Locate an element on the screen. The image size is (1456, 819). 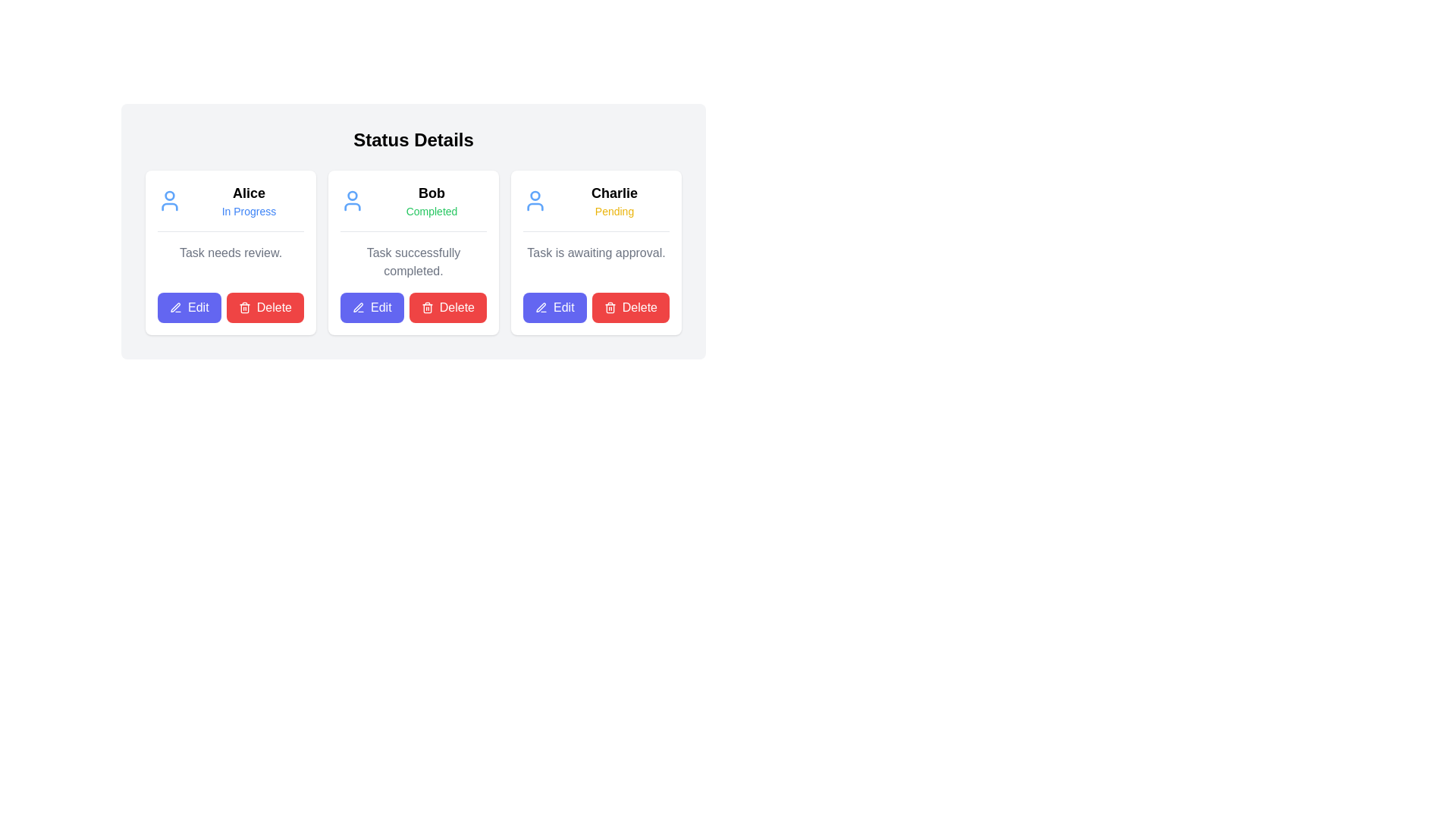
the 'Edit' button with a blue background and rounded corners located at the bottom of the card labeled 'Charlie - Pending' is located at coordinates (554, 307).